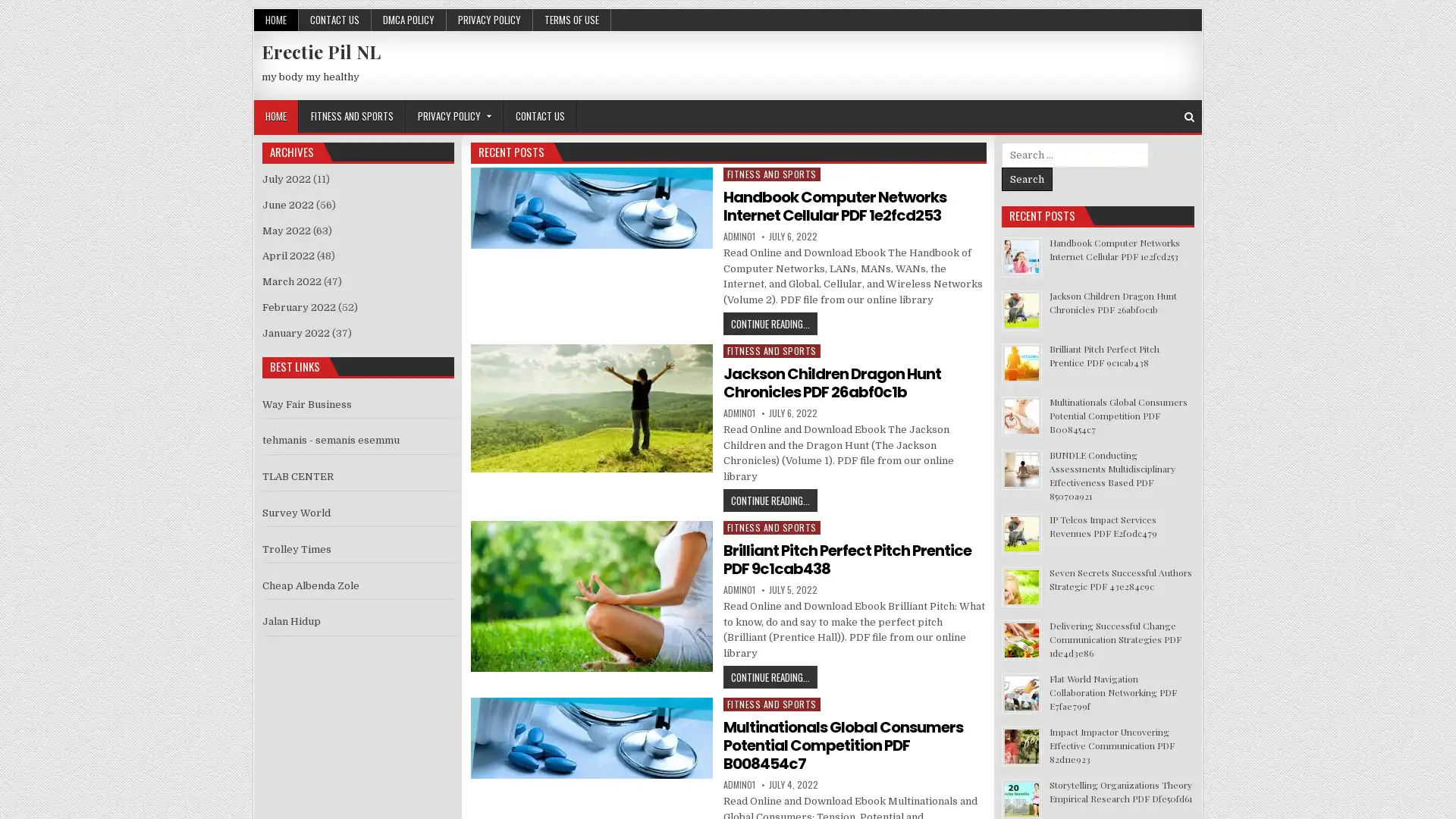 Image resolution: width=1456 pixels, height=819 pixels. Describe the element at coordinates (1027, 178) in the screenshot. I see `Search` at that location.